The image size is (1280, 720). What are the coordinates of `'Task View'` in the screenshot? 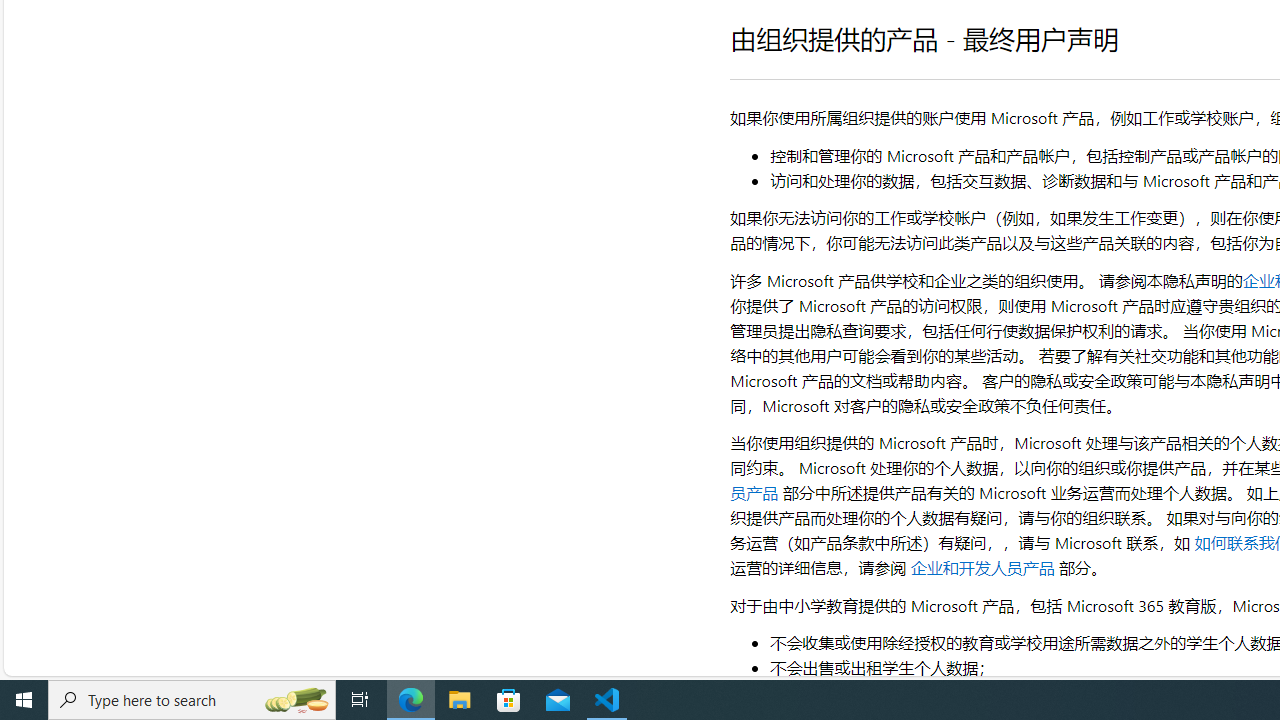 It's located at (359, 698).